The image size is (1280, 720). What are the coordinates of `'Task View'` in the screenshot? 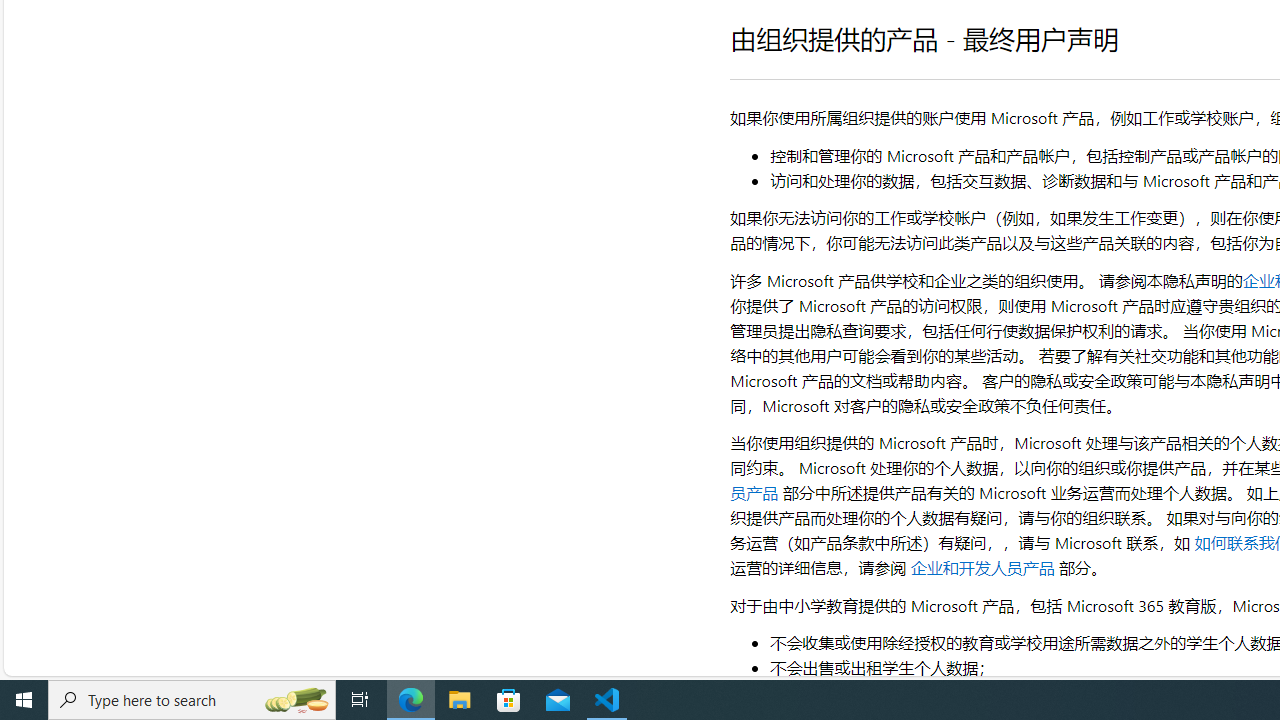 It's located at (359, 698).